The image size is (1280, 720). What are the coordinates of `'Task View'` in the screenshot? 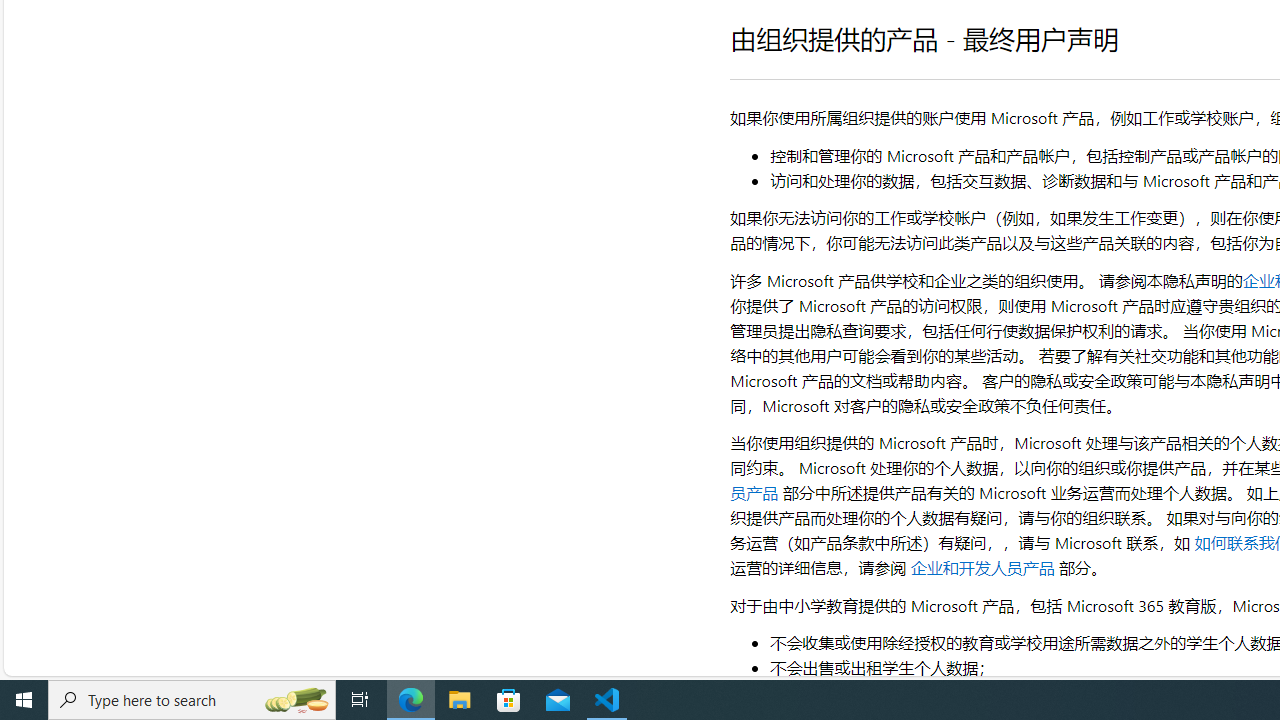 It's located at (359, 698).